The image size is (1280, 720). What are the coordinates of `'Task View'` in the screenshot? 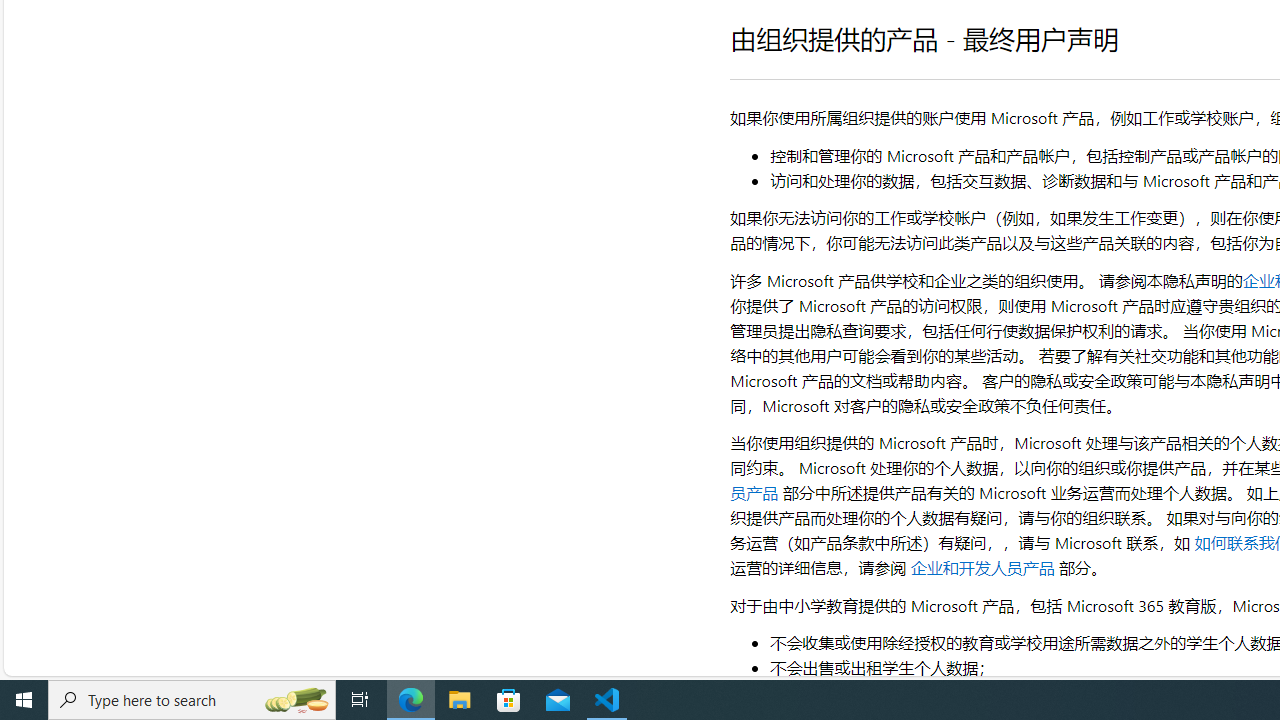 It's located at (359, 698).